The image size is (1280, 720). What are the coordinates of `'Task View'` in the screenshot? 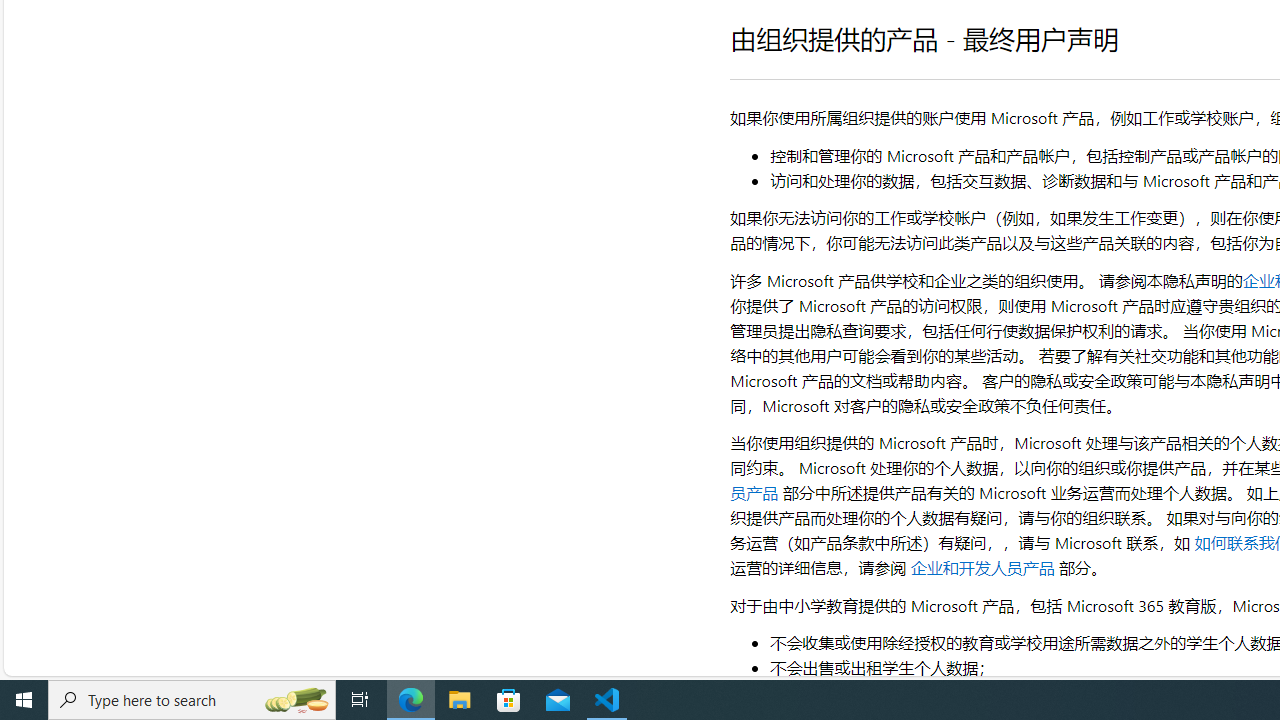 It's located at (359, 698).